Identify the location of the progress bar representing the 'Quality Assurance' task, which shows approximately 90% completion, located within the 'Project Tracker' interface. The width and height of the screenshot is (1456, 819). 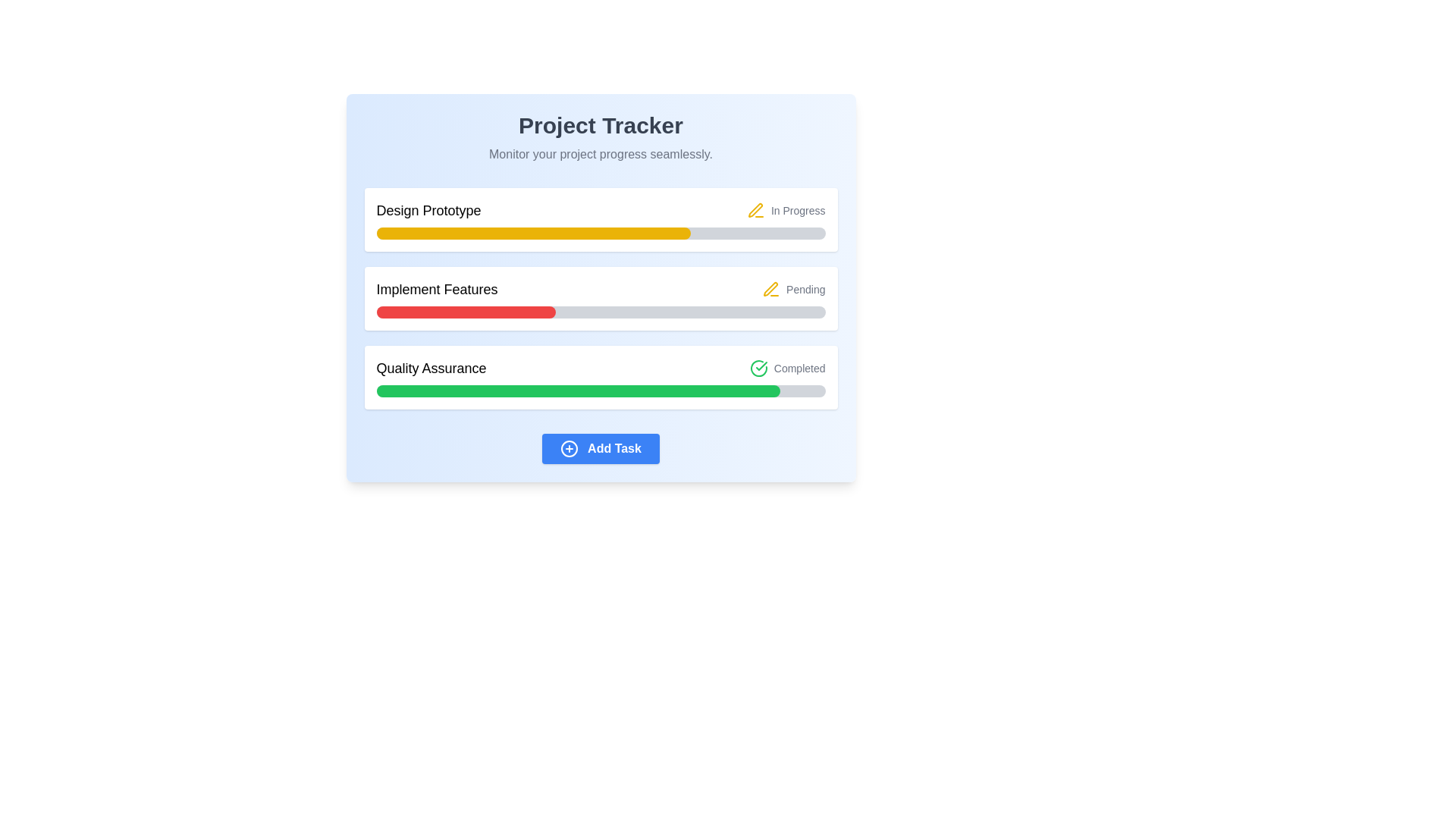
(600, 391).